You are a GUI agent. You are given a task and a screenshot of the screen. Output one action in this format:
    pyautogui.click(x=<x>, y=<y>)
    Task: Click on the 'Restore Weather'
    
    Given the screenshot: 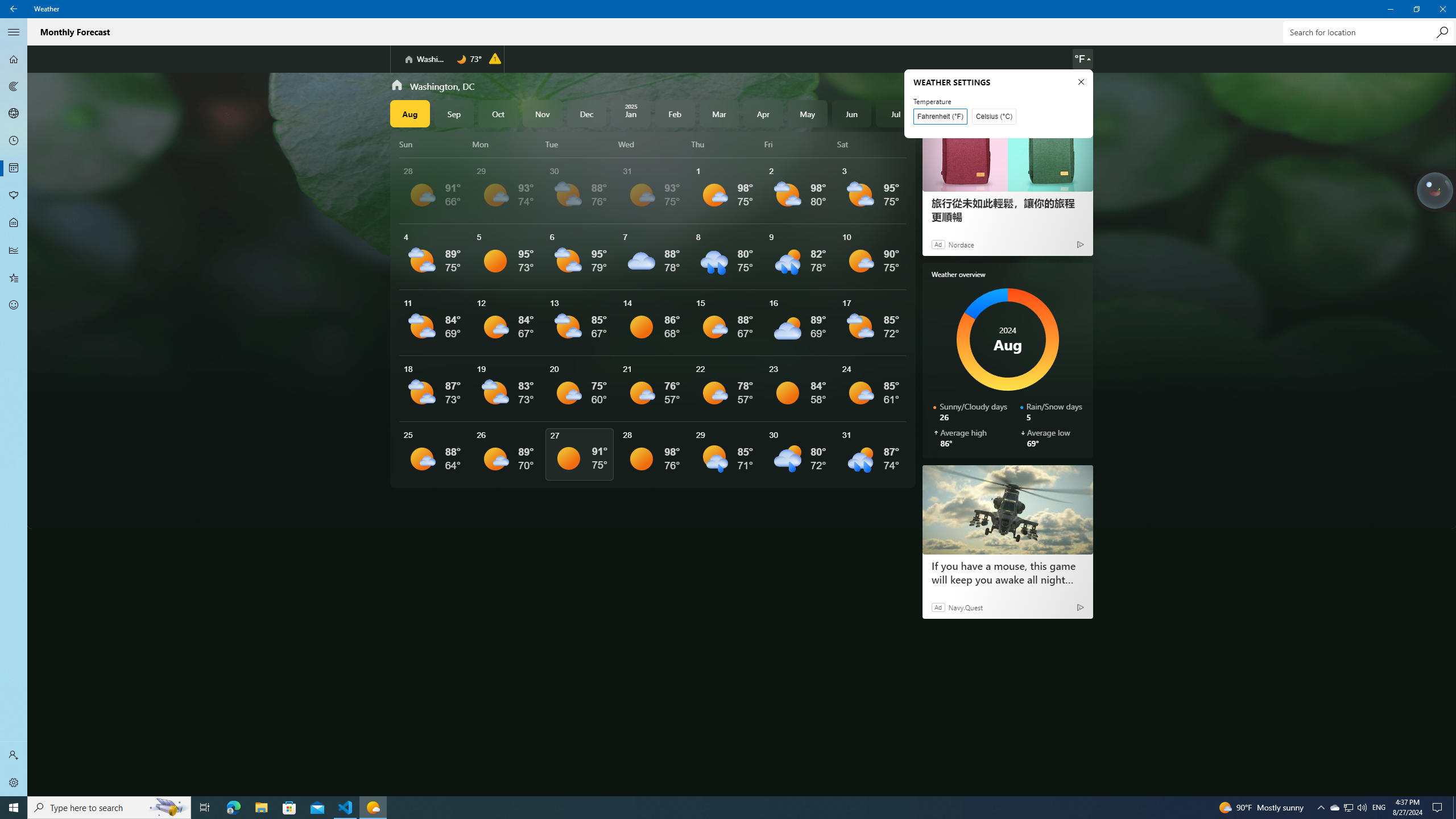 What is the action you would take?
    pyautogui.click(x=1416, y=9)
    